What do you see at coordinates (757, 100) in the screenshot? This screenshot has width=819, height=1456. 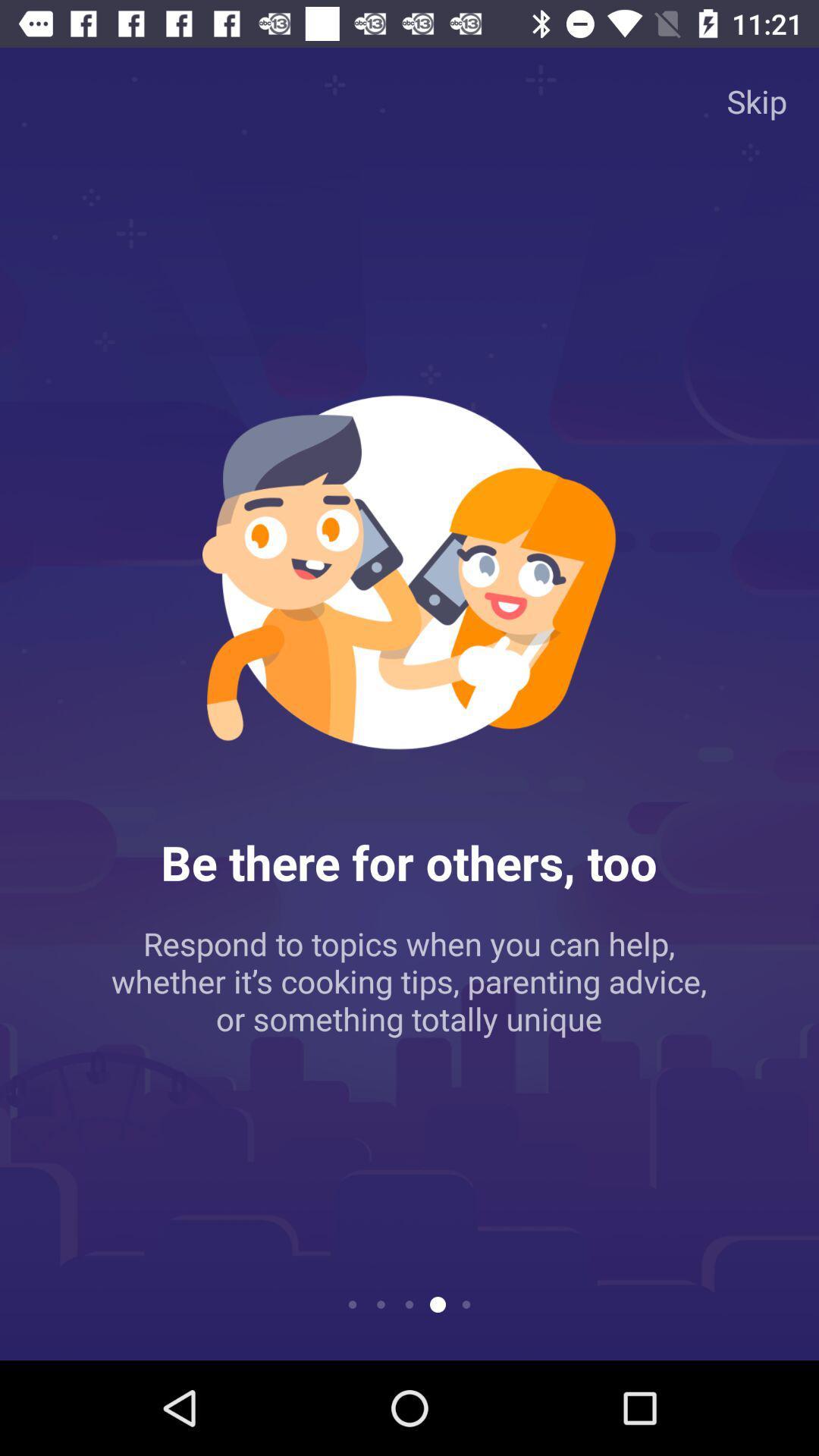 I see `the skip` at bounding box center [757, 100].